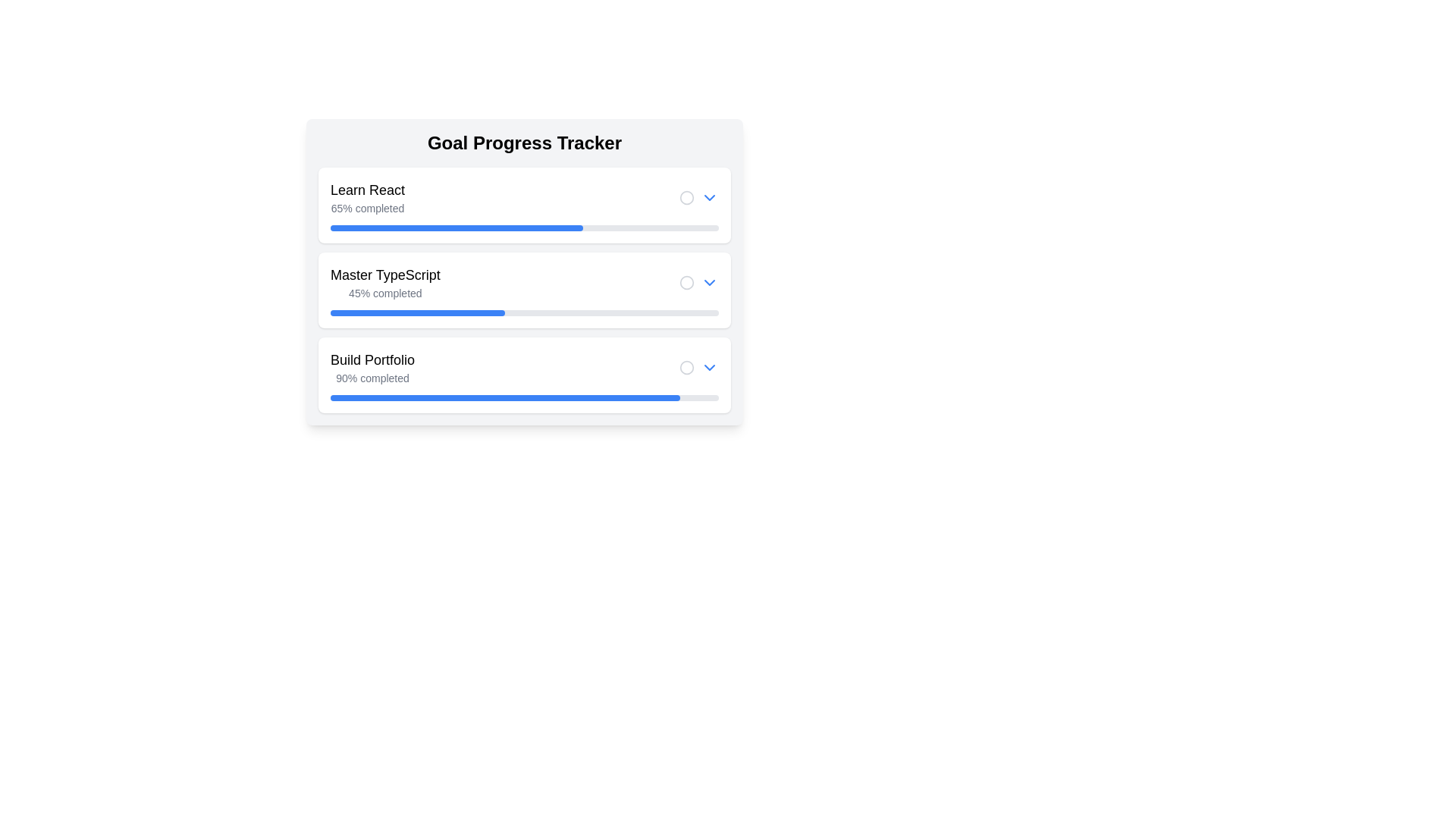 This screenshot has width=1456, height=819. Describe the element at coordinates (686, 197) in the screenshot. I see `the circular gray icon with a thin outline located in the top row of the 'Learn React' progress tracker card, positioned close to an interactive downward-facing chevron` at that location.